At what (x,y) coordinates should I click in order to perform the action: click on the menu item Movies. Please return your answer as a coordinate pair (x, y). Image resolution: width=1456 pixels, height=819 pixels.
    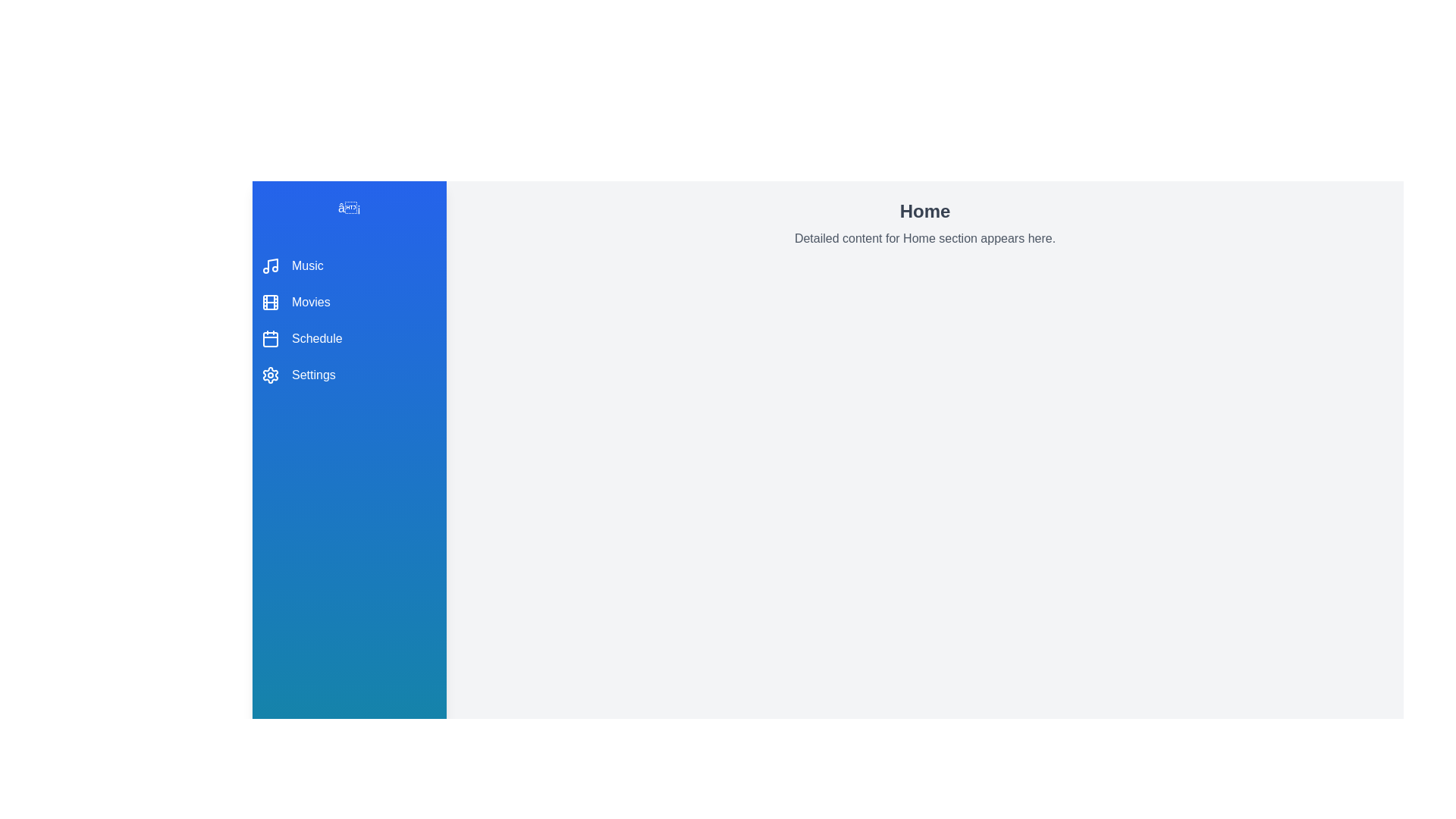
    Looking at the image, I should click on (348, 302).